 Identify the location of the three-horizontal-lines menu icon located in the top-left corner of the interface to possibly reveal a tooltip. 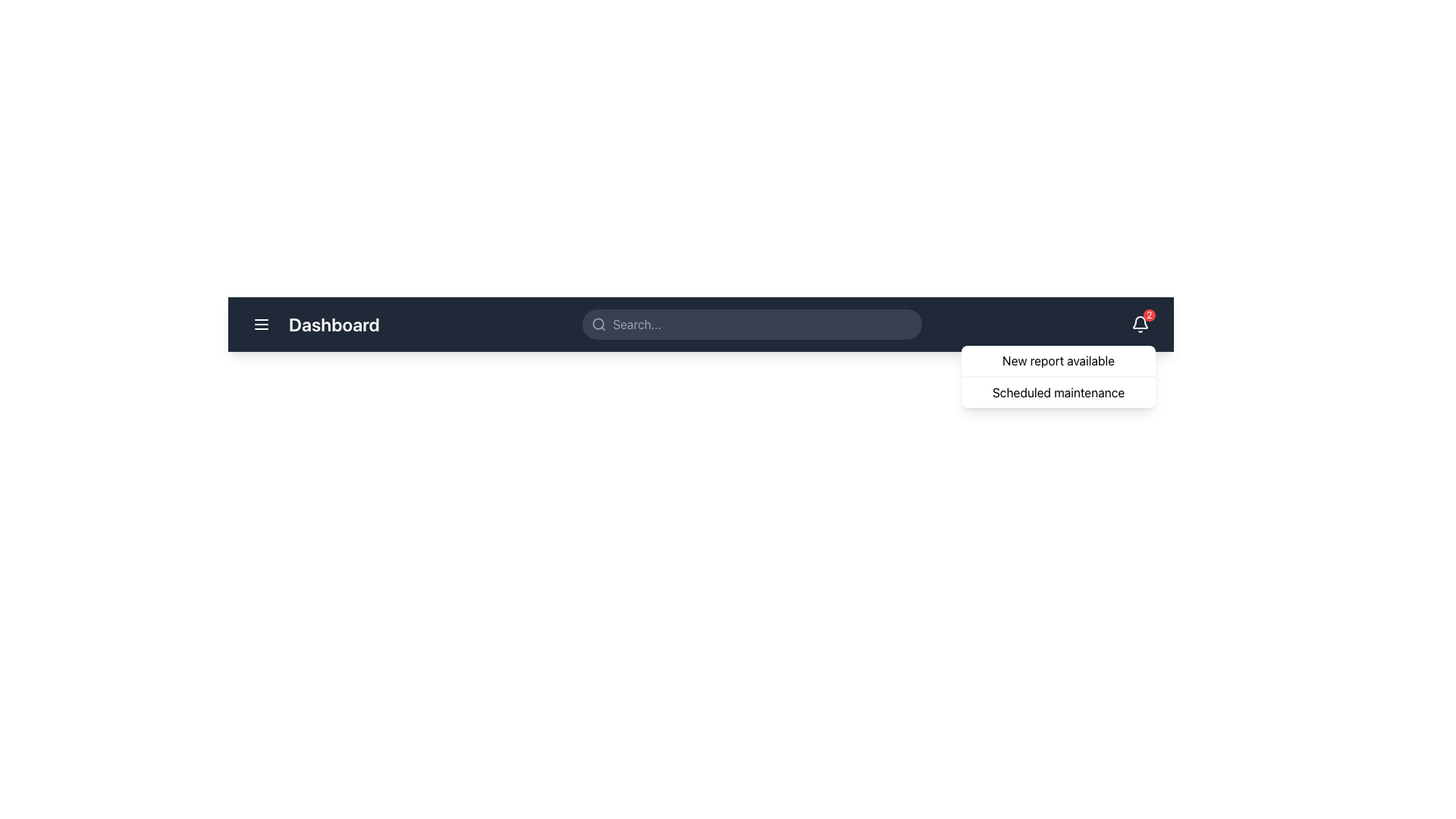
(262, 324).